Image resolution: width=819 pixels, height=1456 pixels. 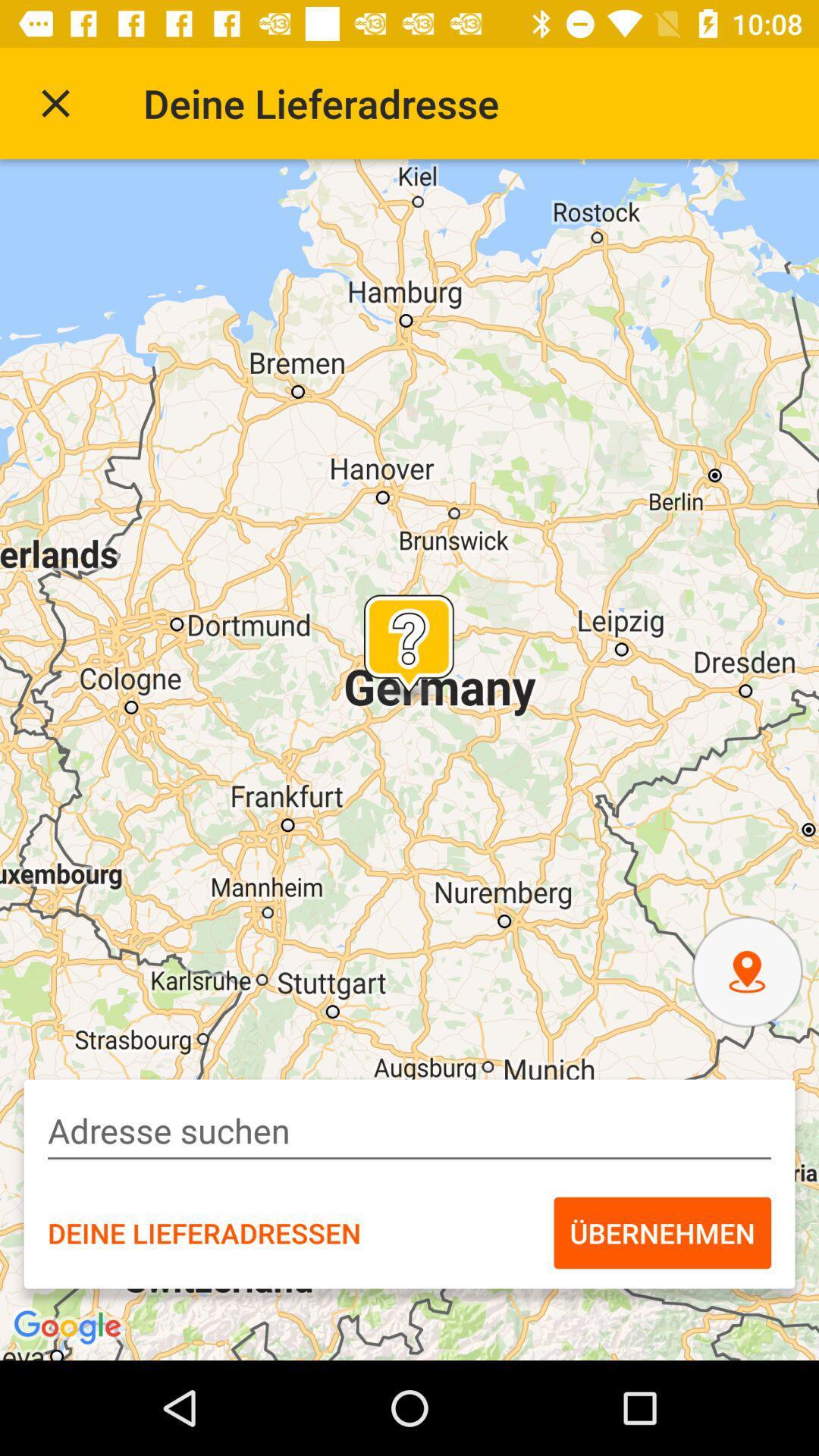 I want to click on the deine lieferadressen, so click(x=203, y=1233).